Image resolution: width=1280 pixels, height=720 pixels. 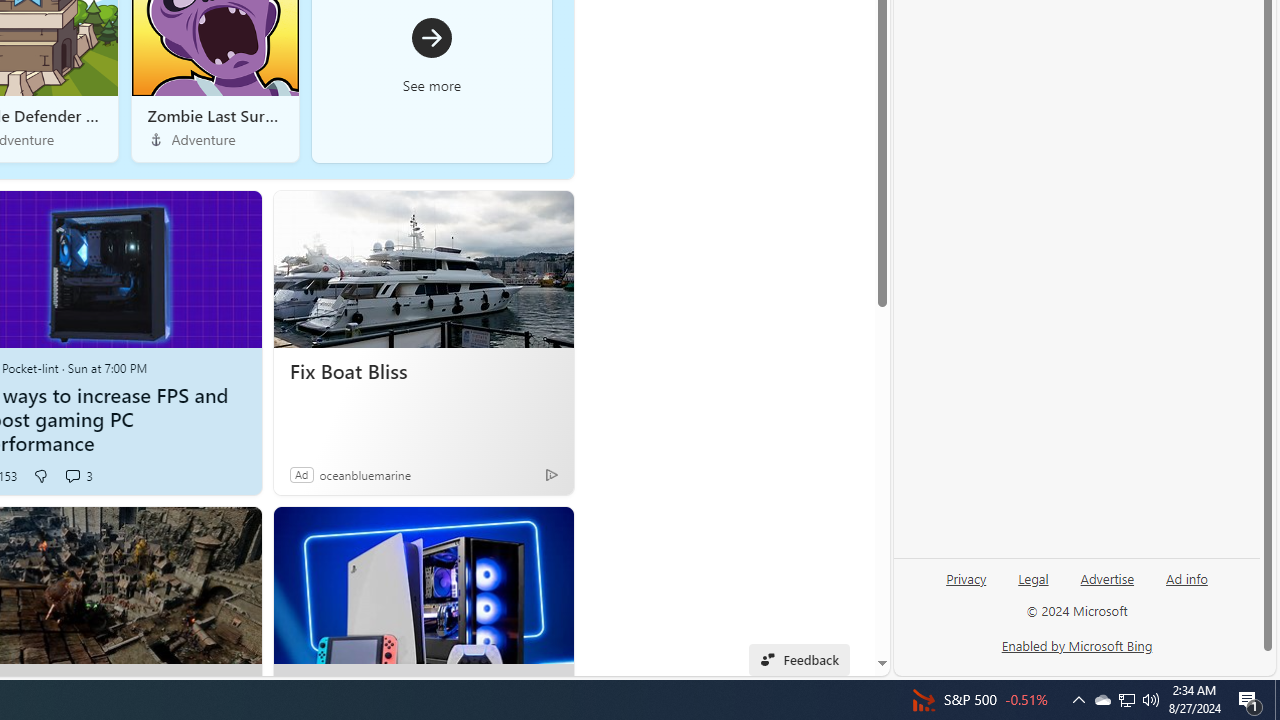 What do you see at coordinates (1187, 577) in the screenshot?
I see `'Ad info'` at bounding box center [1187, 577].